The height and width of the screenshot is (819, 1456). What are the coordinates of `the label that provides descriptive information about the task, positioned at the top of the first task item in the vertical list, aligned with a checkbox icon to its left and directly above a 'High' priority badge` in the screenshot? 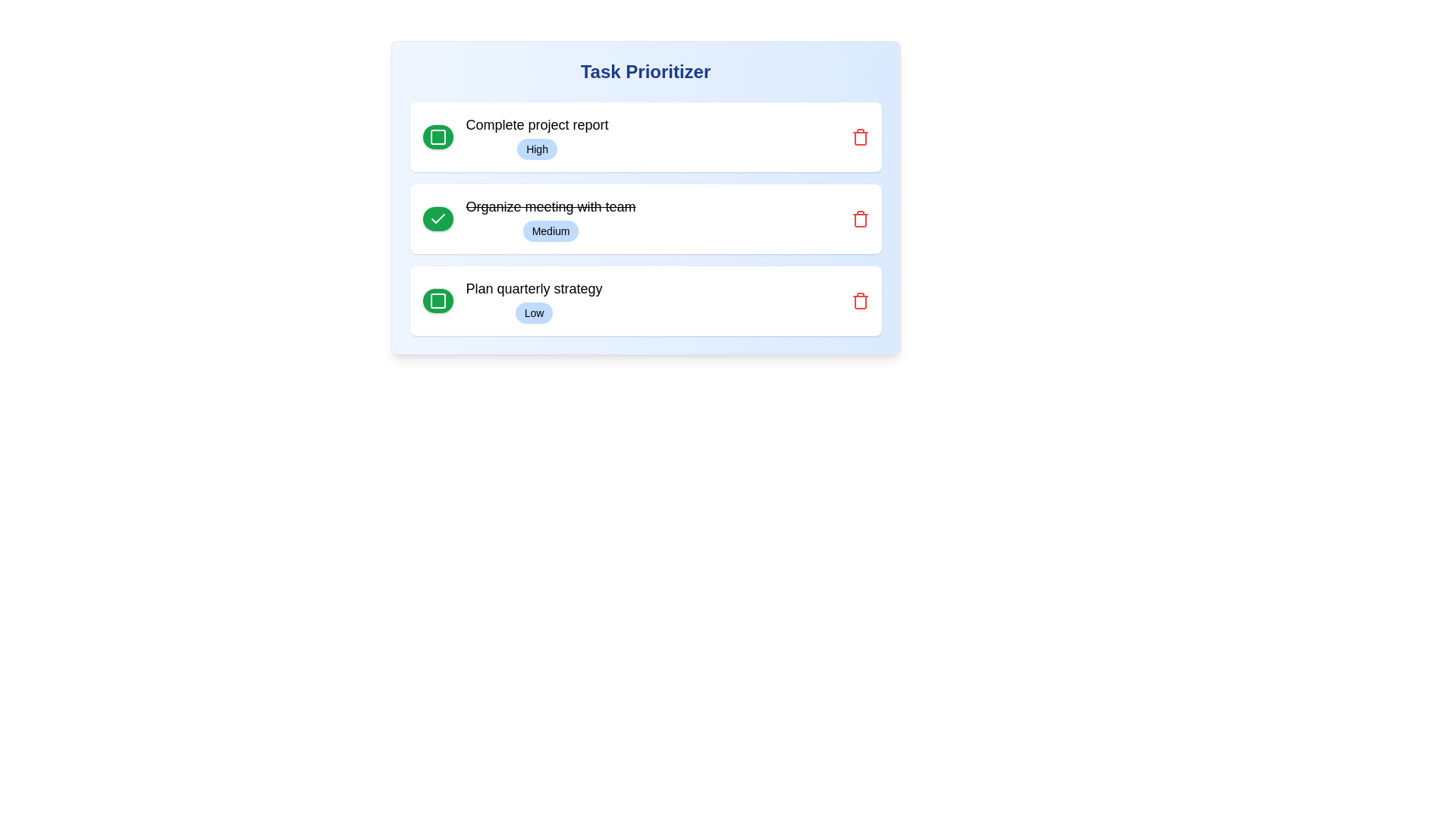 It's located at (537, 124).